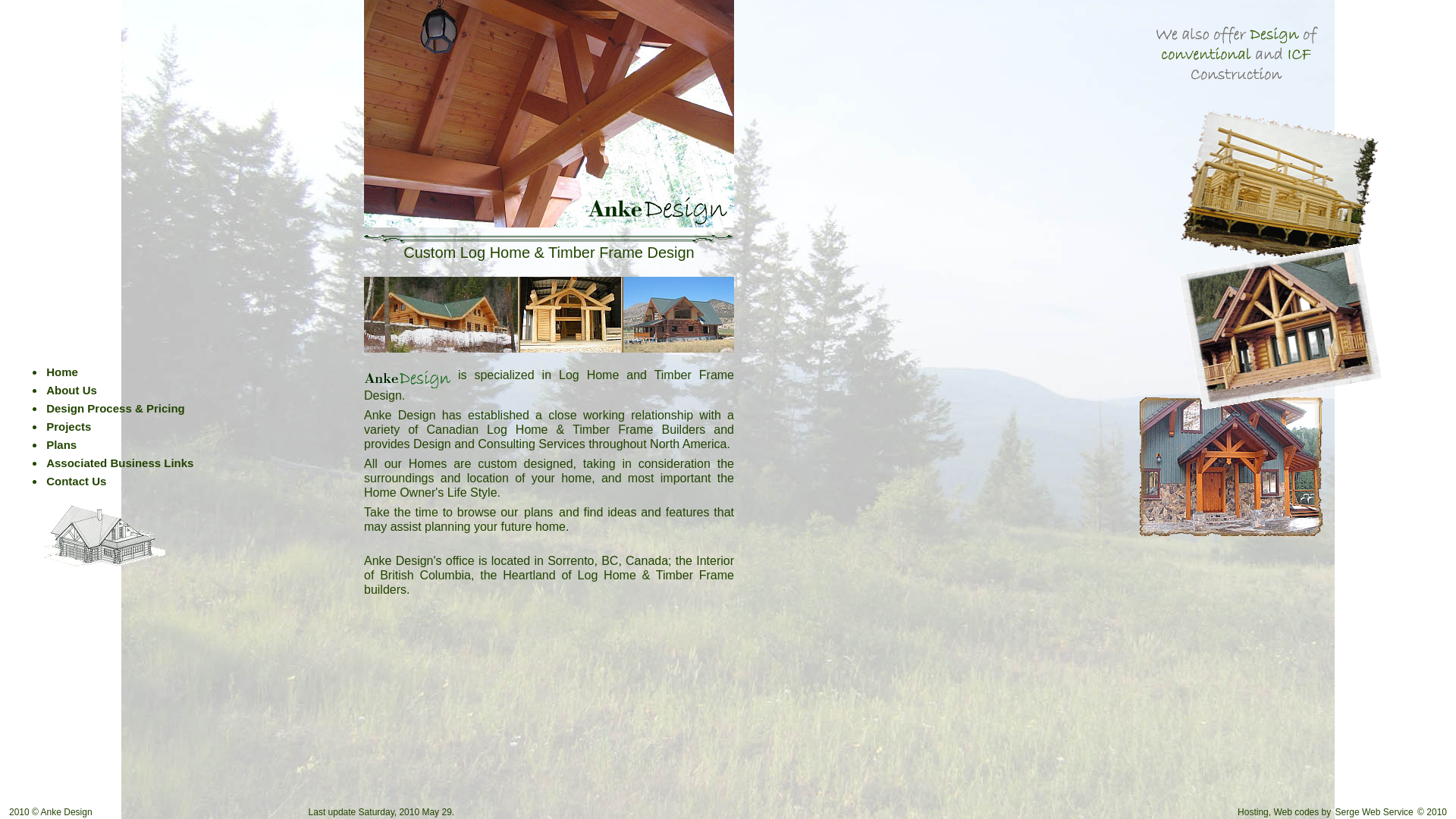 The image size is (1456, 819). I want to click on 'Plans', so click(61, 444).